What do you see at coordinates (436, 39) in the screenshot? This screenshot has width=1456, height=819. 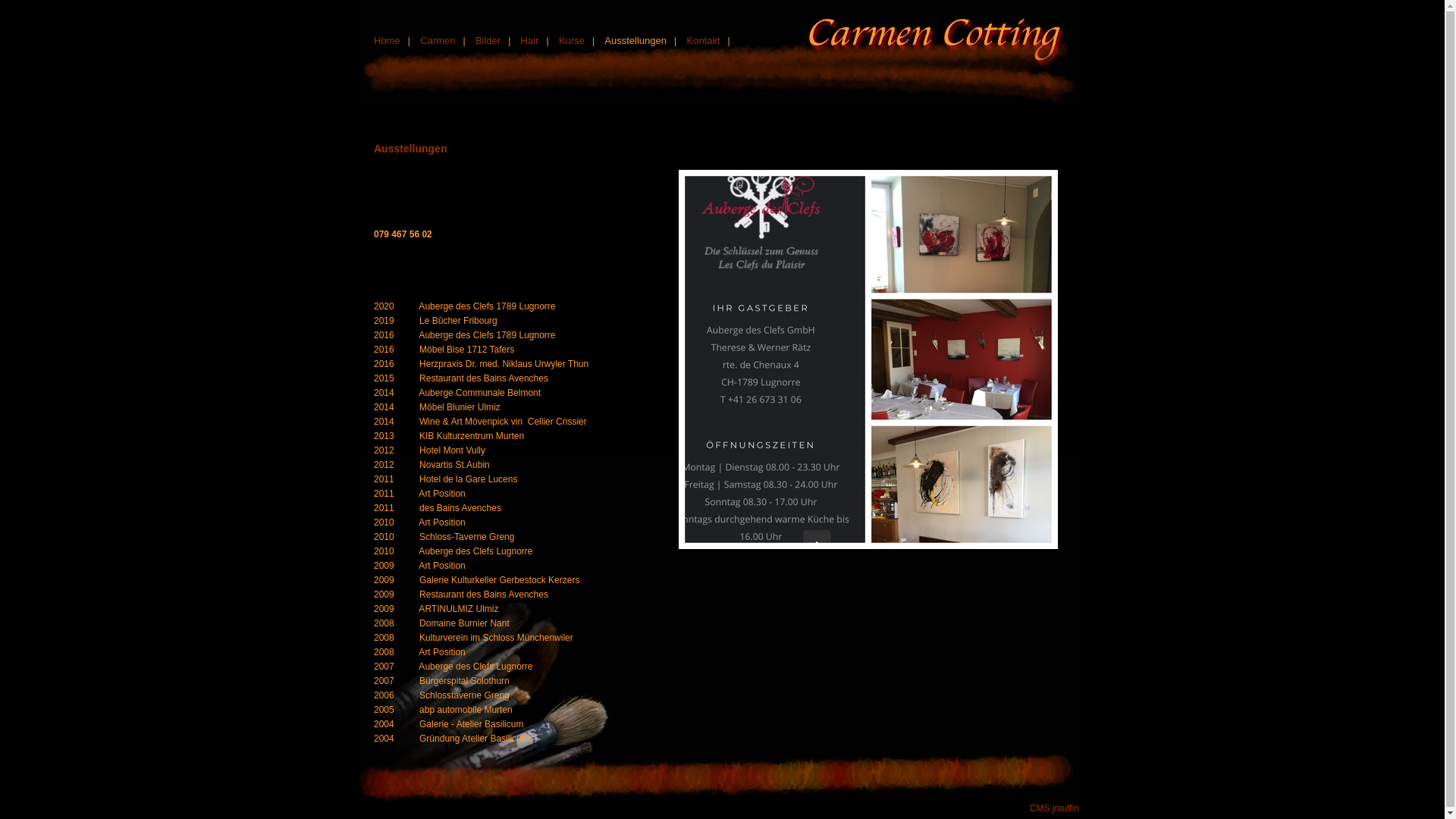 I see `'Carmen'` at bounding box center [436, 39].